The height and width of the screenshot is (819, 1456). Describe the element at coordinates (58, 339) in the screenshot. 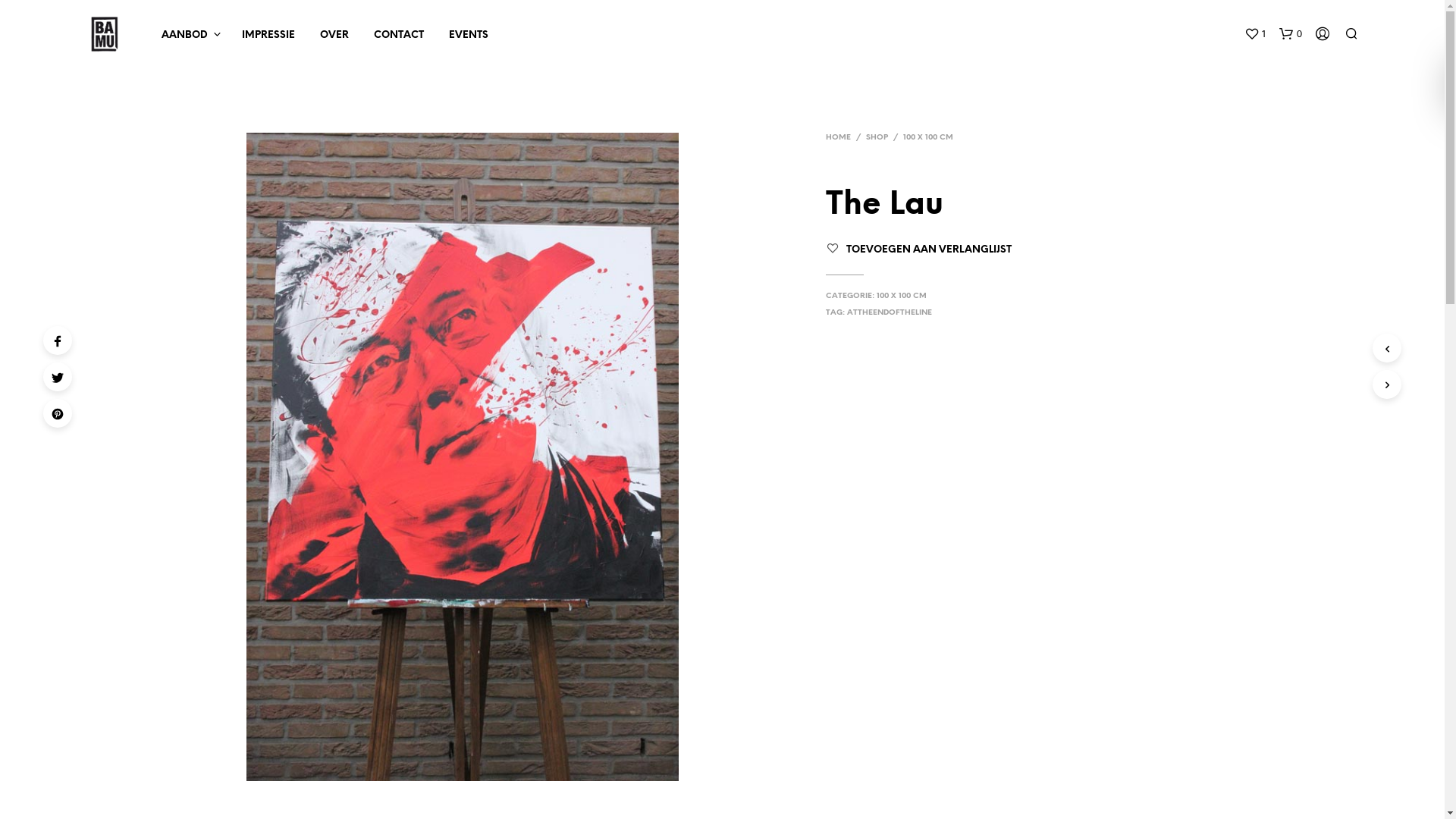

I see `'Facebook'` at that location.